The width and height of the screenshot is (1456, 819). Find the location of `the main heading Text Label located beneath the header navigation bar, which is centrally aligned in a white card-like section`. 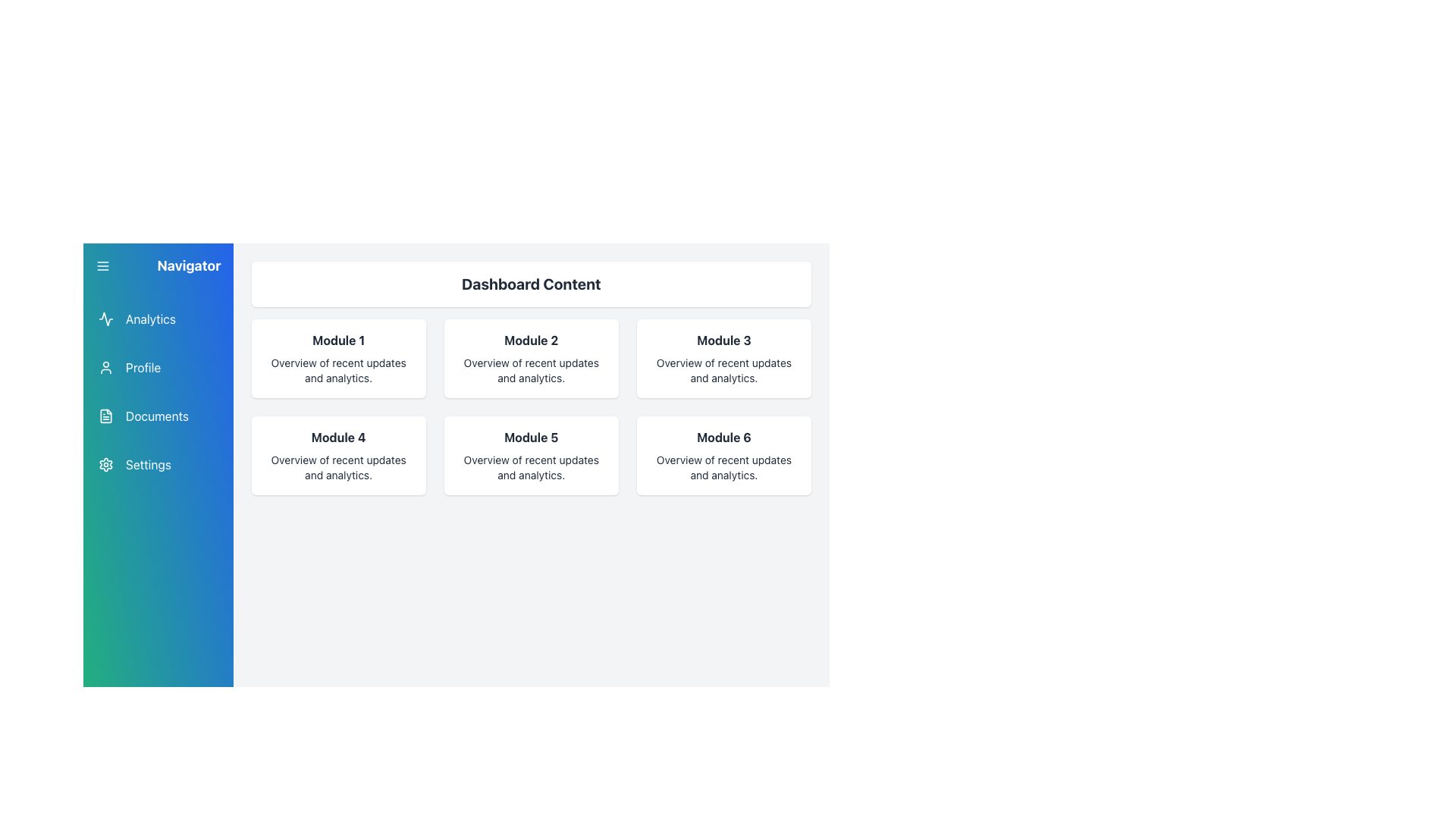

the main heading Text Label located beneath the header navigation bar, which is centrally aligned in a white card-like section is located at coordinates (531, 284).